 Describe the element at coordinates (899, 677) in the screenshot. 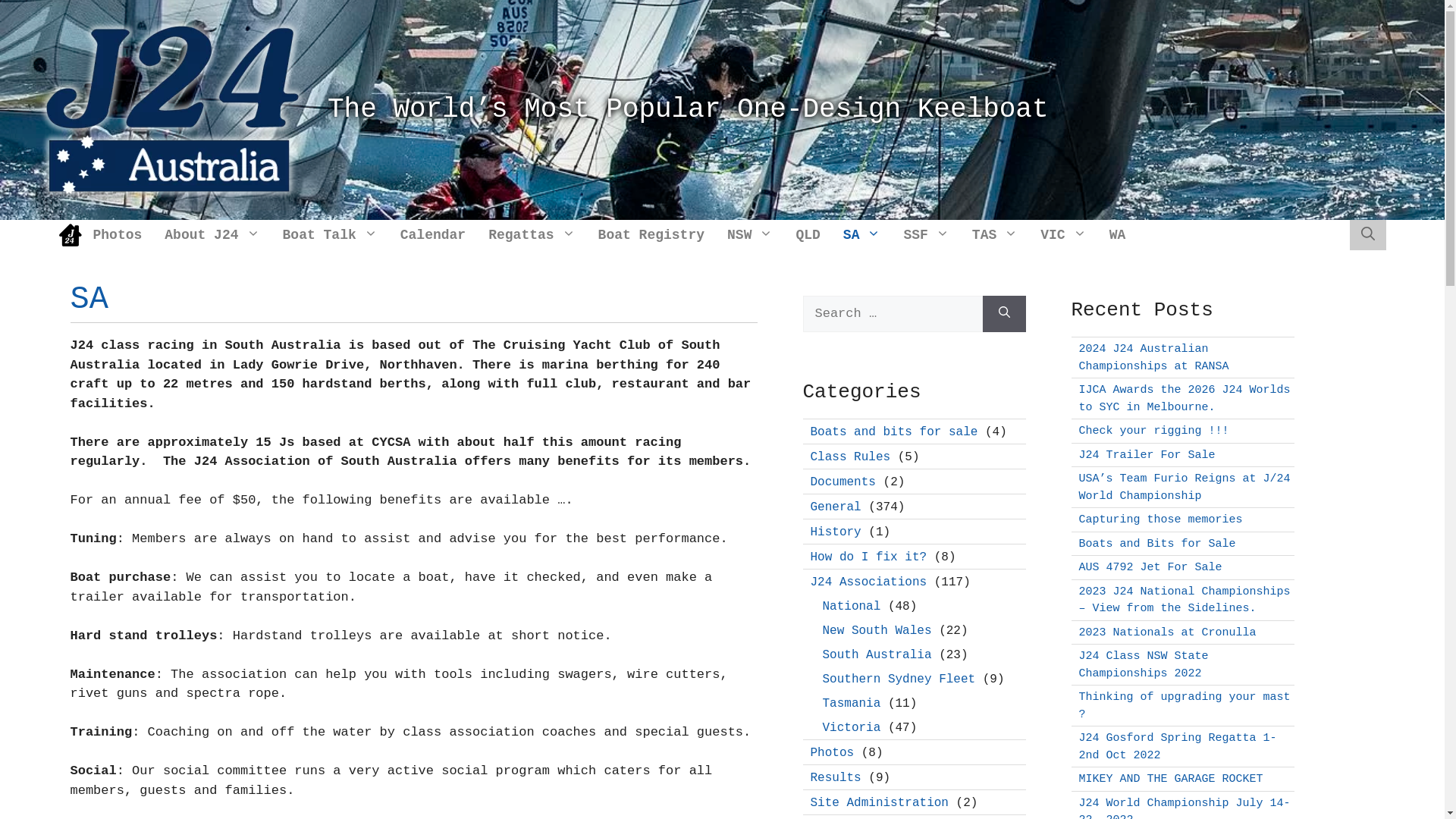

I see `'Southern Sydney Fleet'` at that location.